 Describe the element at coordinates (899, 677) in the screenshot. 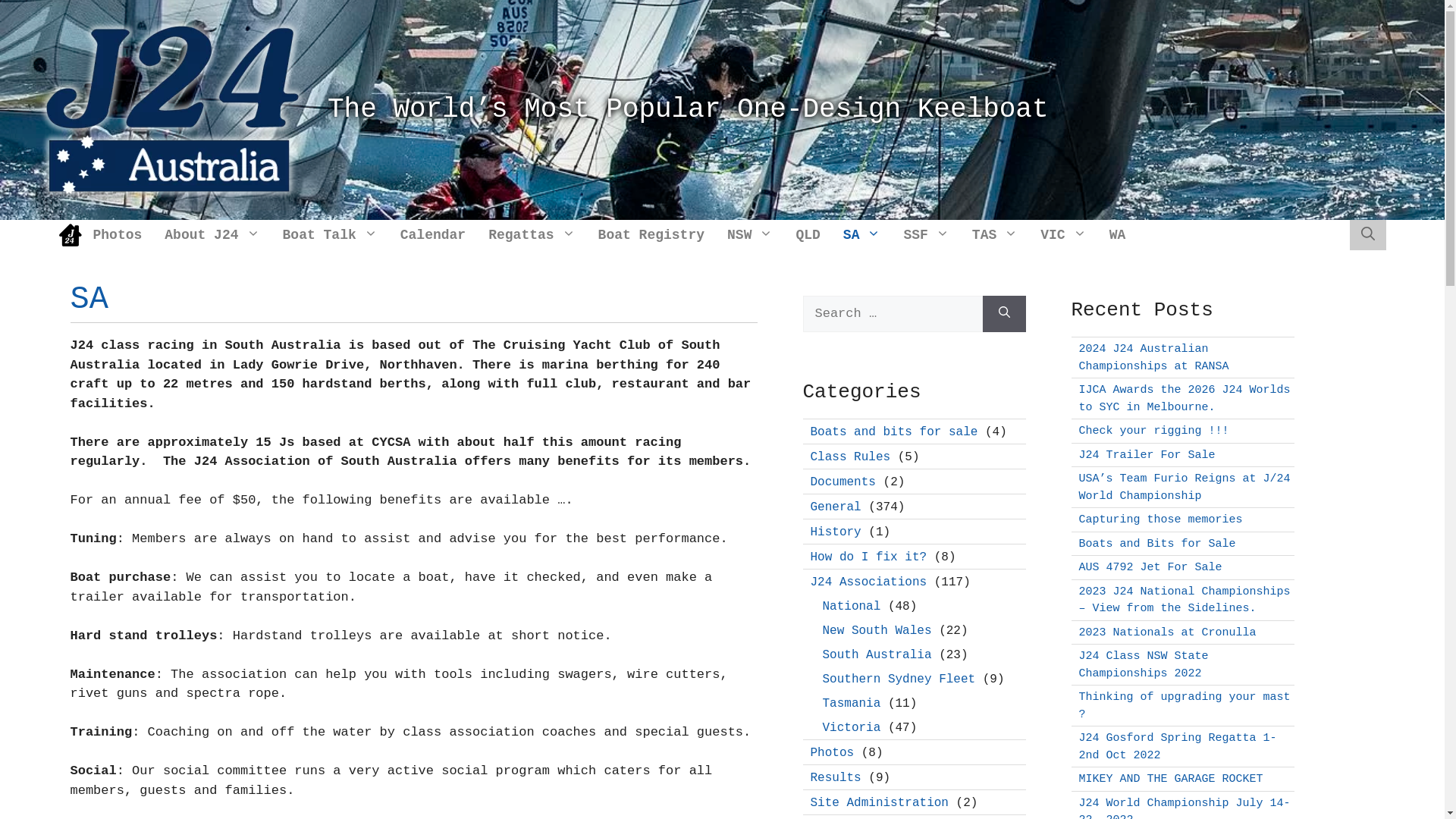

I see `'Southern Sydney Fleet'` at that location.